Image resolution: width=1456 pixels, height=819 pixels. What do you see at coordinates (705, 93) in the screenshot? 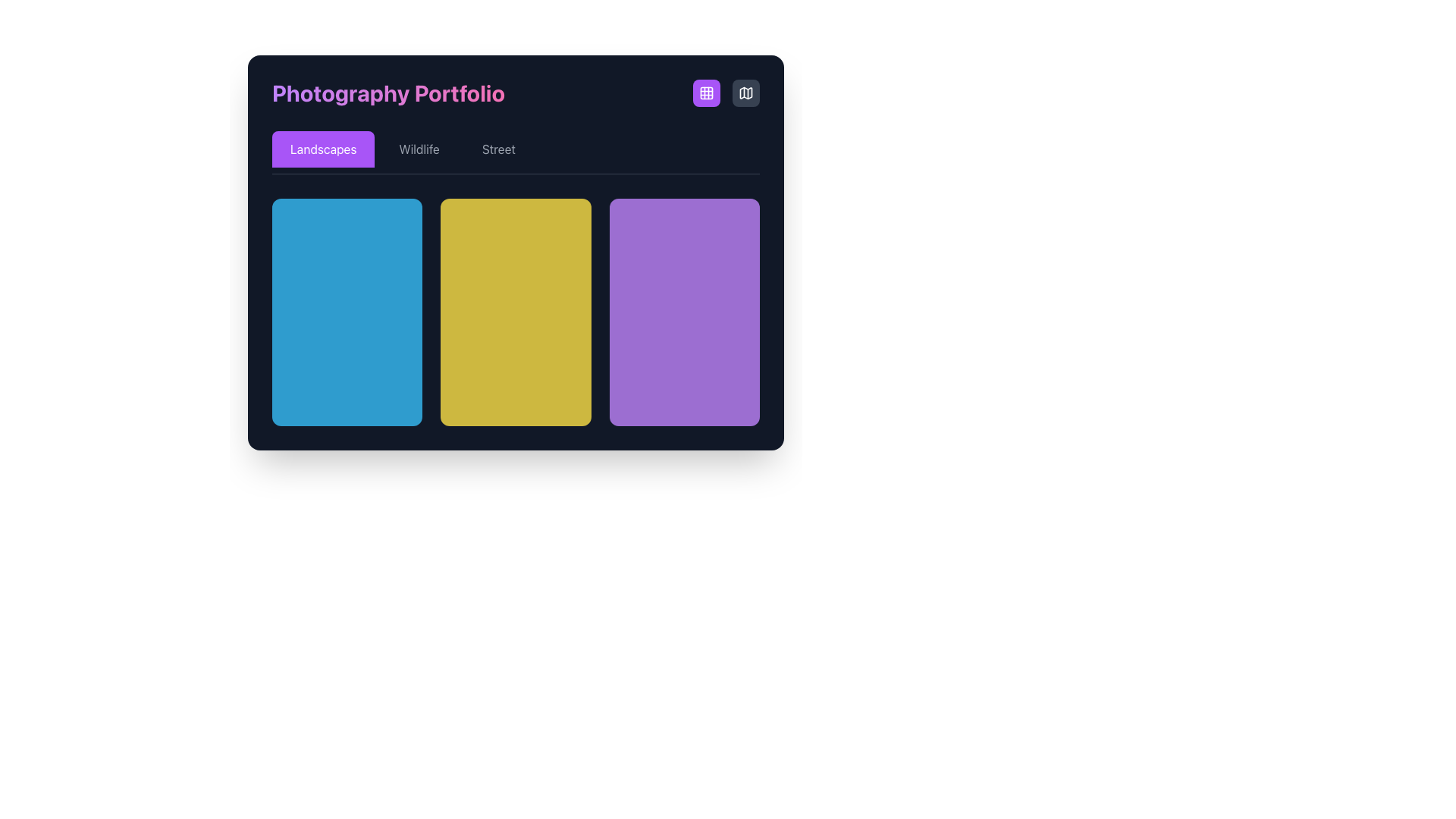
I see `the grid view toggle SVG icon located in the top-right corner of the interface` at bounding box center [705, 93].